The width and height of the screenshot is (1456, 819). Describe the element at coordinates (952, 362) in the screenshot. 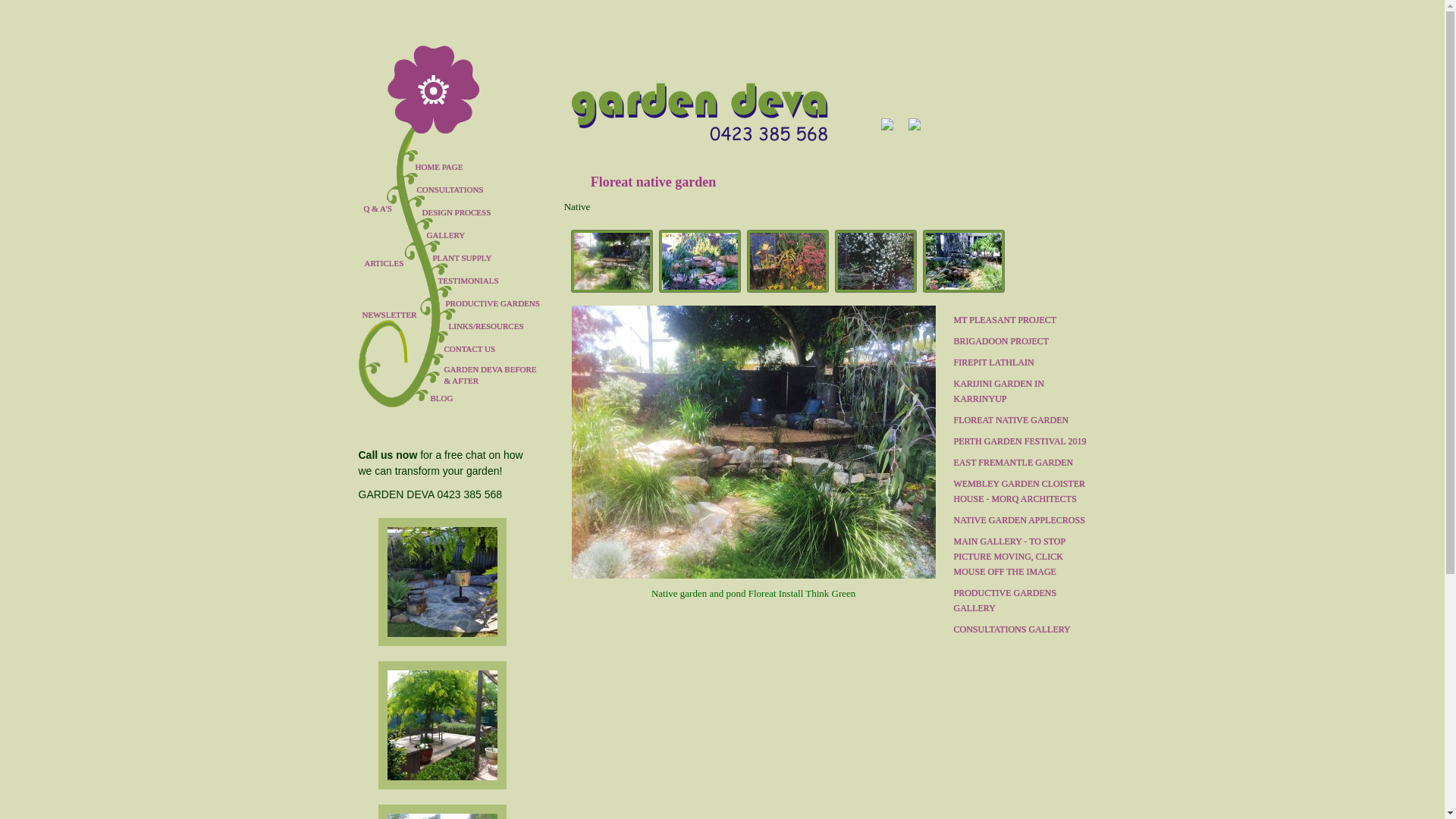

I see `'FIREPIT LATHLAIN'` at that location.